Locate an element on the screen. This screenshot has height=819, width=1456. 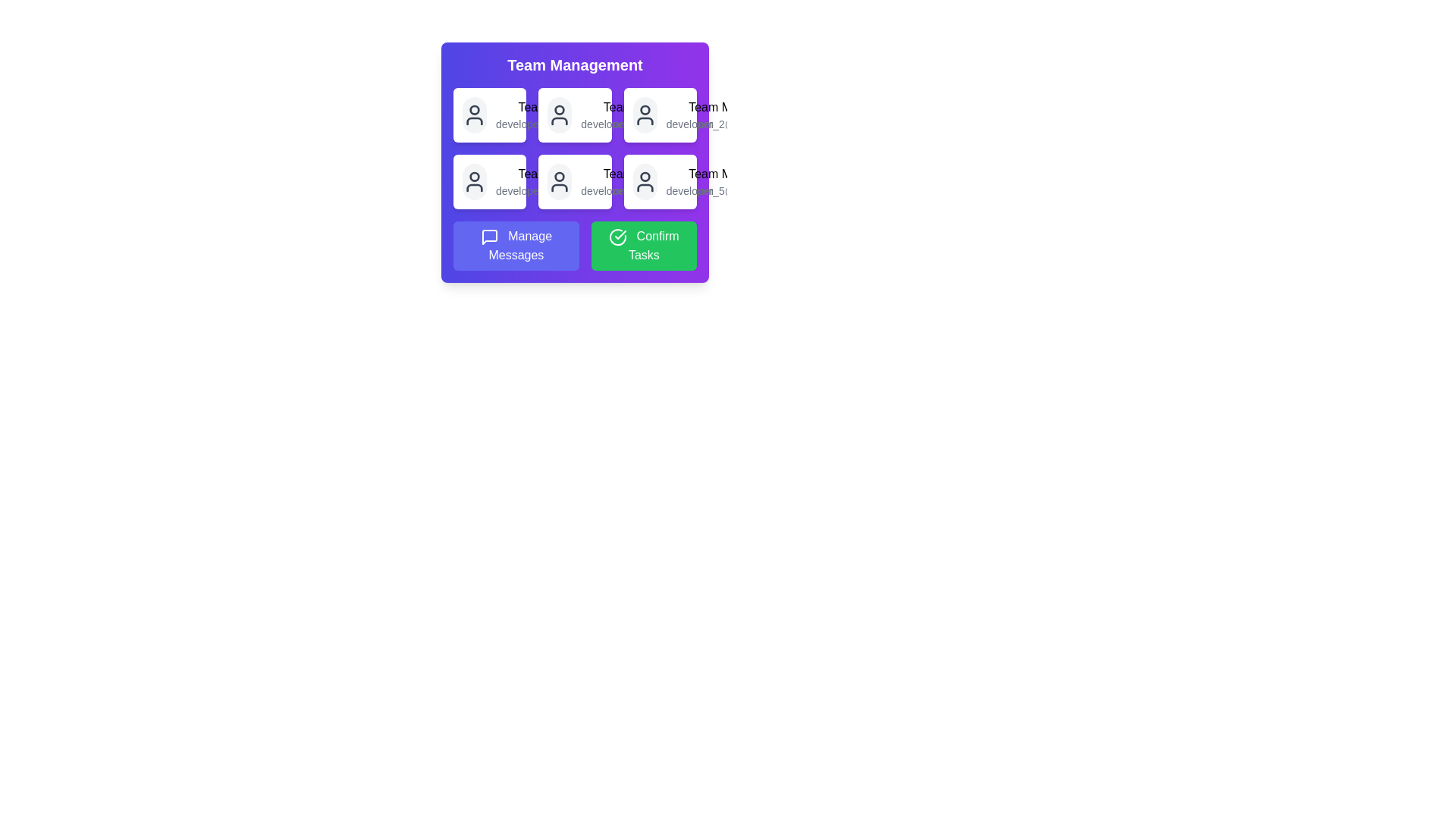
the circular avatar representation of the user, which has a light grey background and a person icon in the center is located at coordinates (559, 180).